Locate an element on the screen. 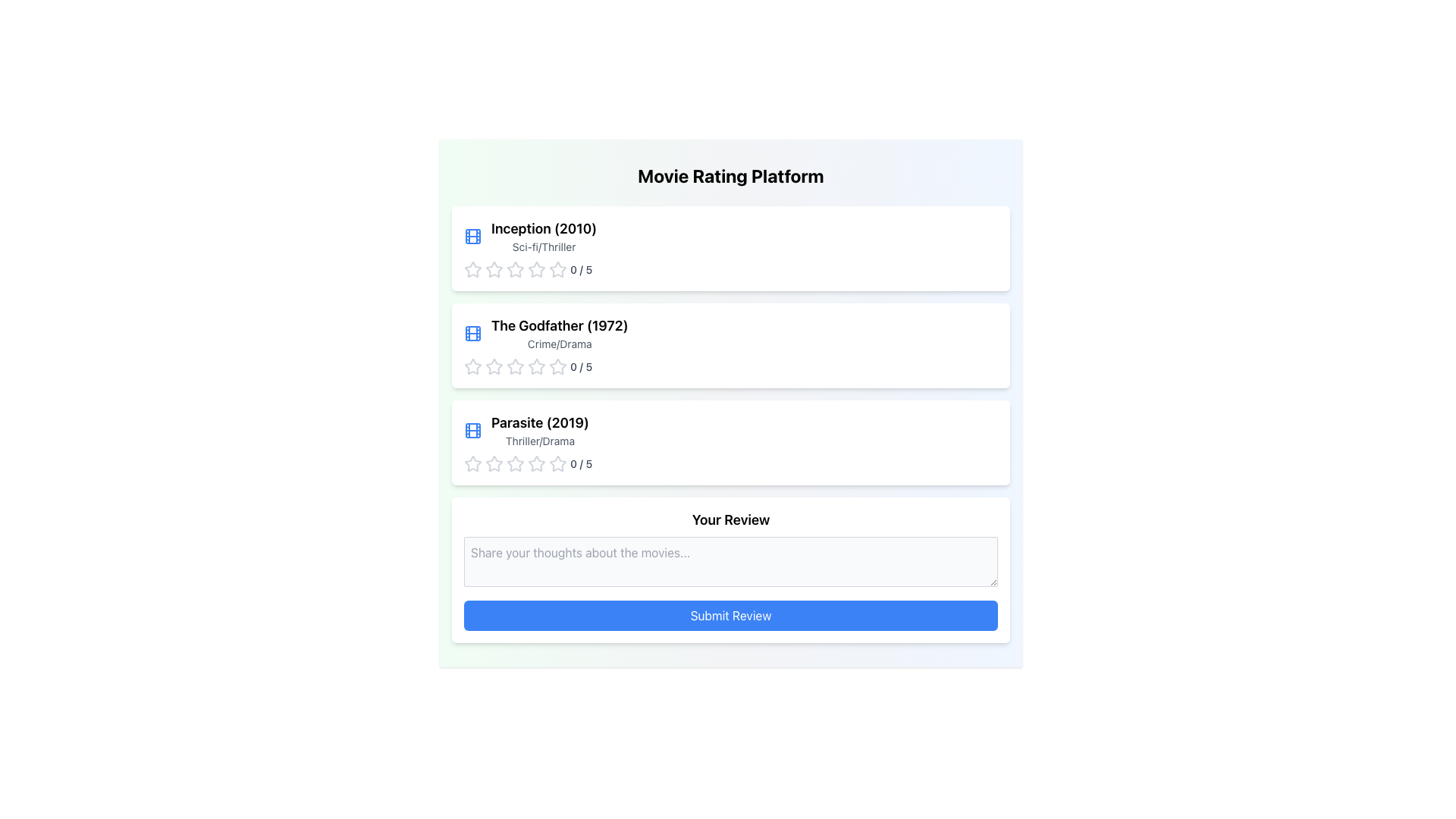 The image size is (1456, 819). the text label that reads 'The Godfather (1972)', which is styled with a bold and large font and located as the second movie entry in the vertically stacked list is located at coordinates (559, 325).